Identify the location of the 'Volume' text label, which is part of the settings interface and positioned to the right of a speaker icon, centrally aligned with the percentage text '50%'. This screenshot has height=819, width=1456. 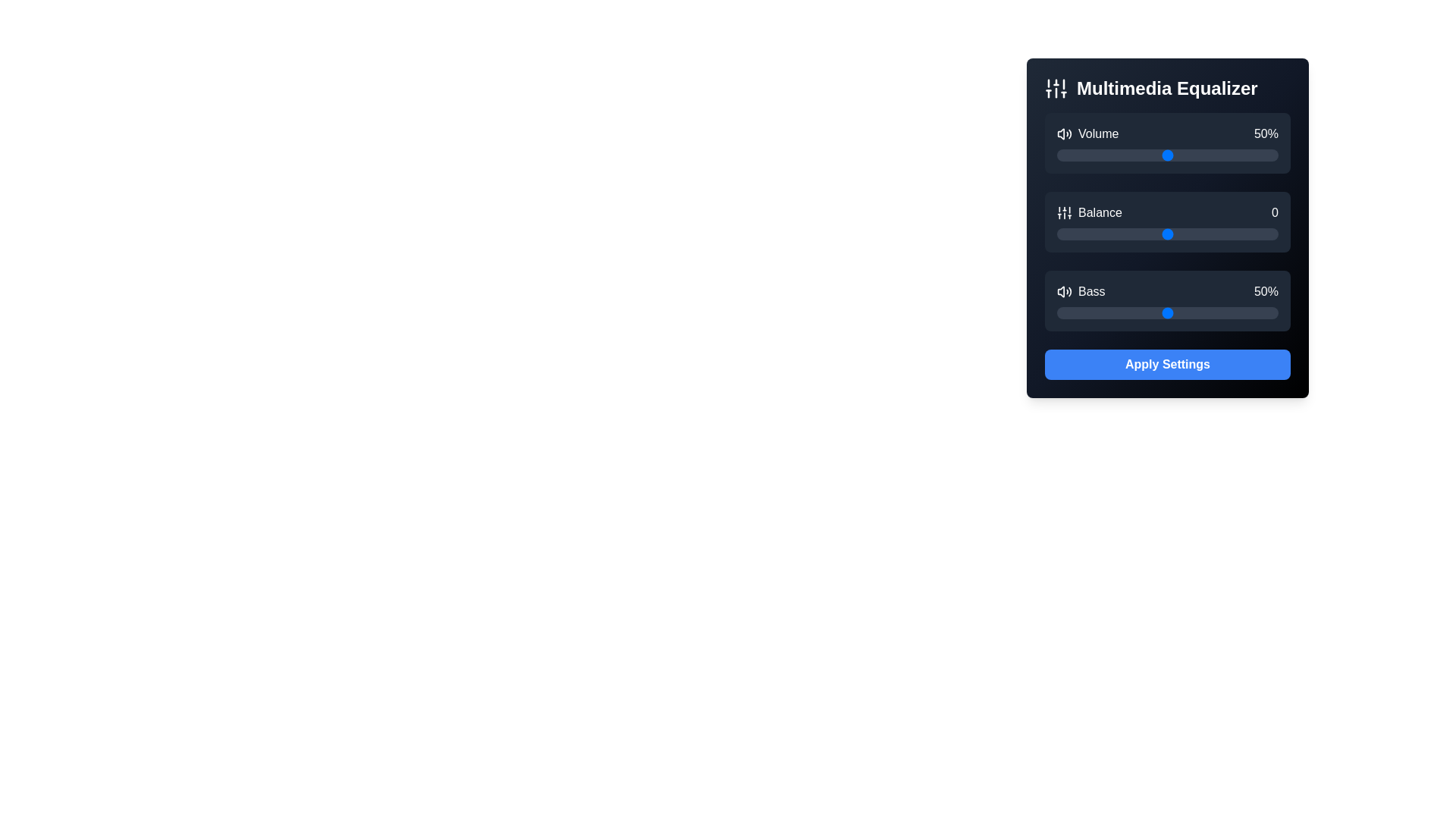
(1087, 133).